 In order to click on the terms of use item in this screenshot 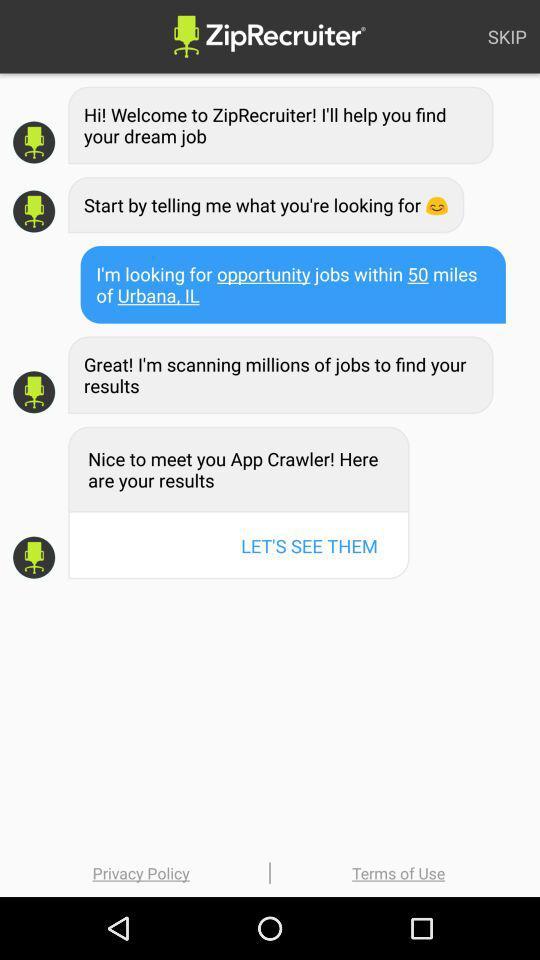, I will do `click(398, 872)`.